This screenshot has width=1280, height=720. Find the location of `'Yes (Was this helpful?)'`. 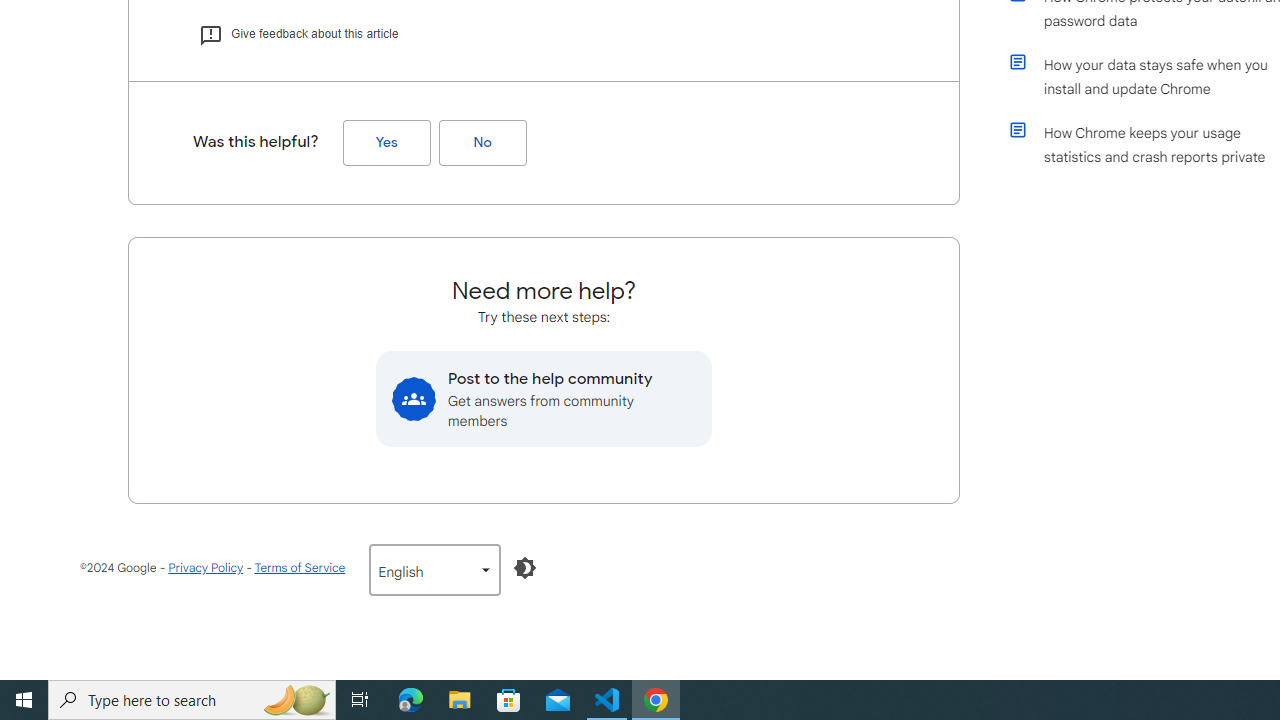

'Yes (Was this helpful?)' is located at coordinates (386, 142).